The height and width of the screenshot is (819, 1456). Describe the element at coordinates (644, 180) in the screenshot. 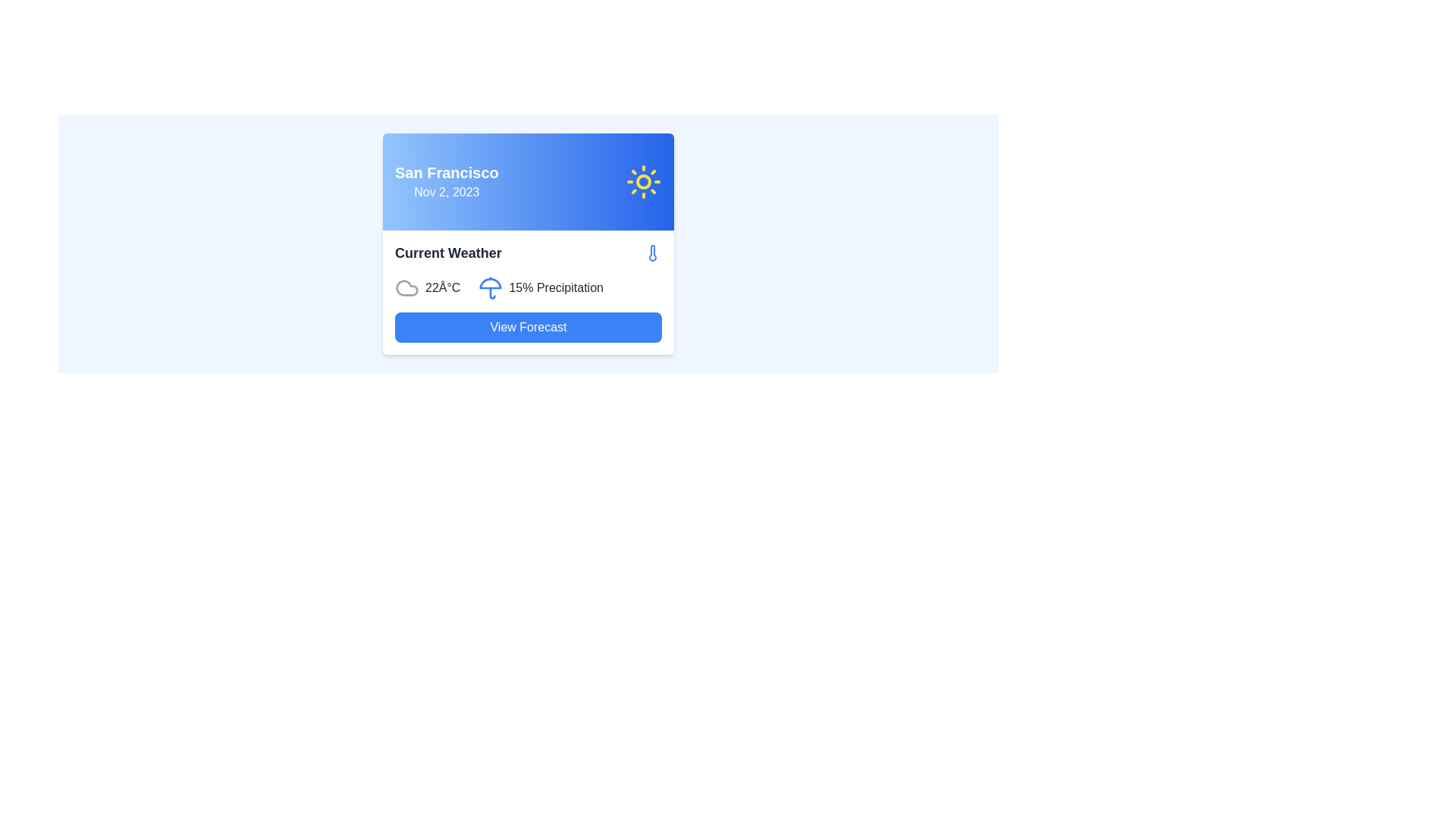

I see `the sunny weather icon located in the top-right corner of the 'San Francisco' card, which is part of the blue gradient header section` at that location.